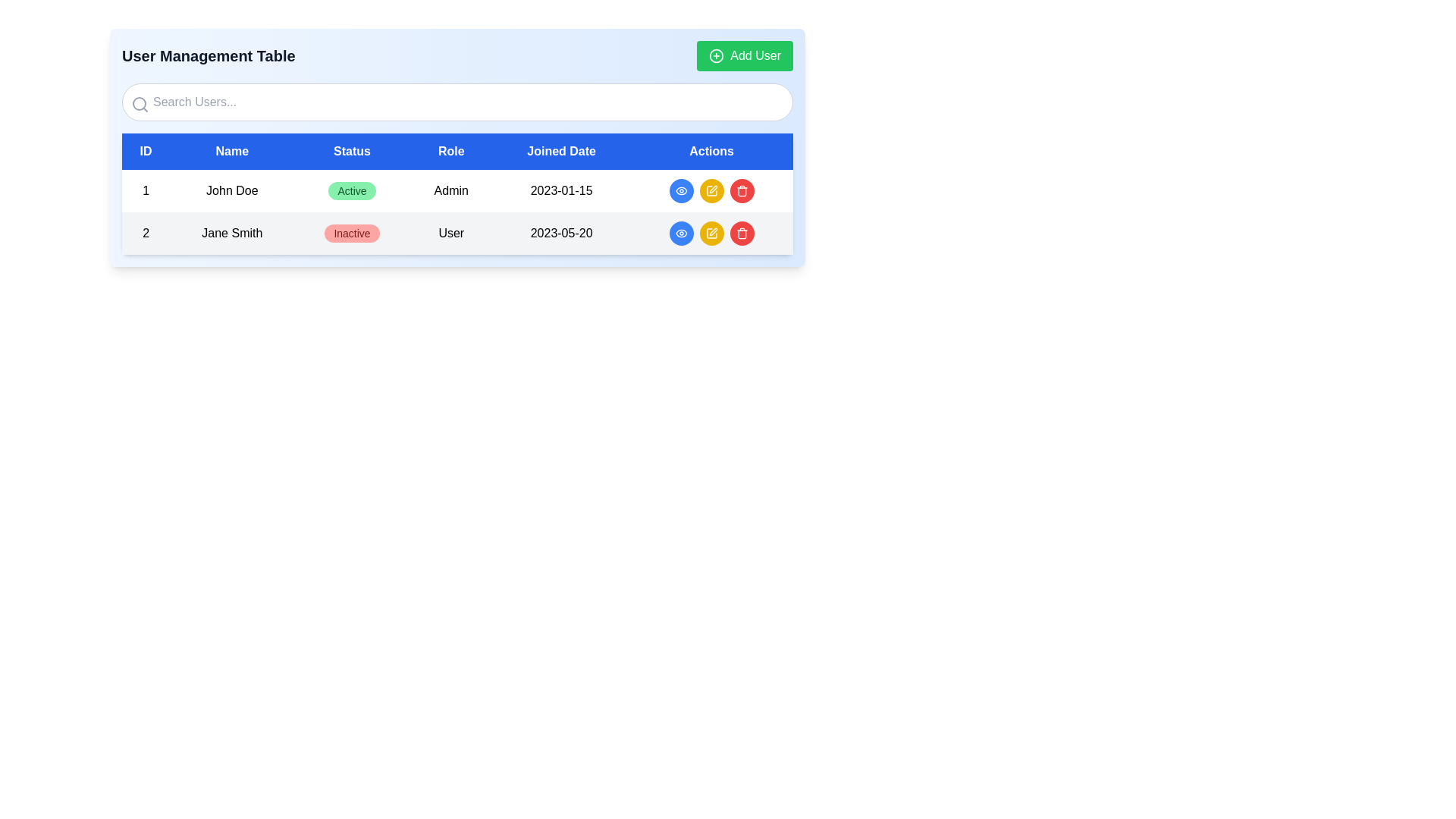  Describe the element at coordinates (560, 190) in the screenshot. I see `the static text label displaying the date '2023-01-15' in the 'Joined Date' column for user 'John Doe' with role 'Admin'` at that location.